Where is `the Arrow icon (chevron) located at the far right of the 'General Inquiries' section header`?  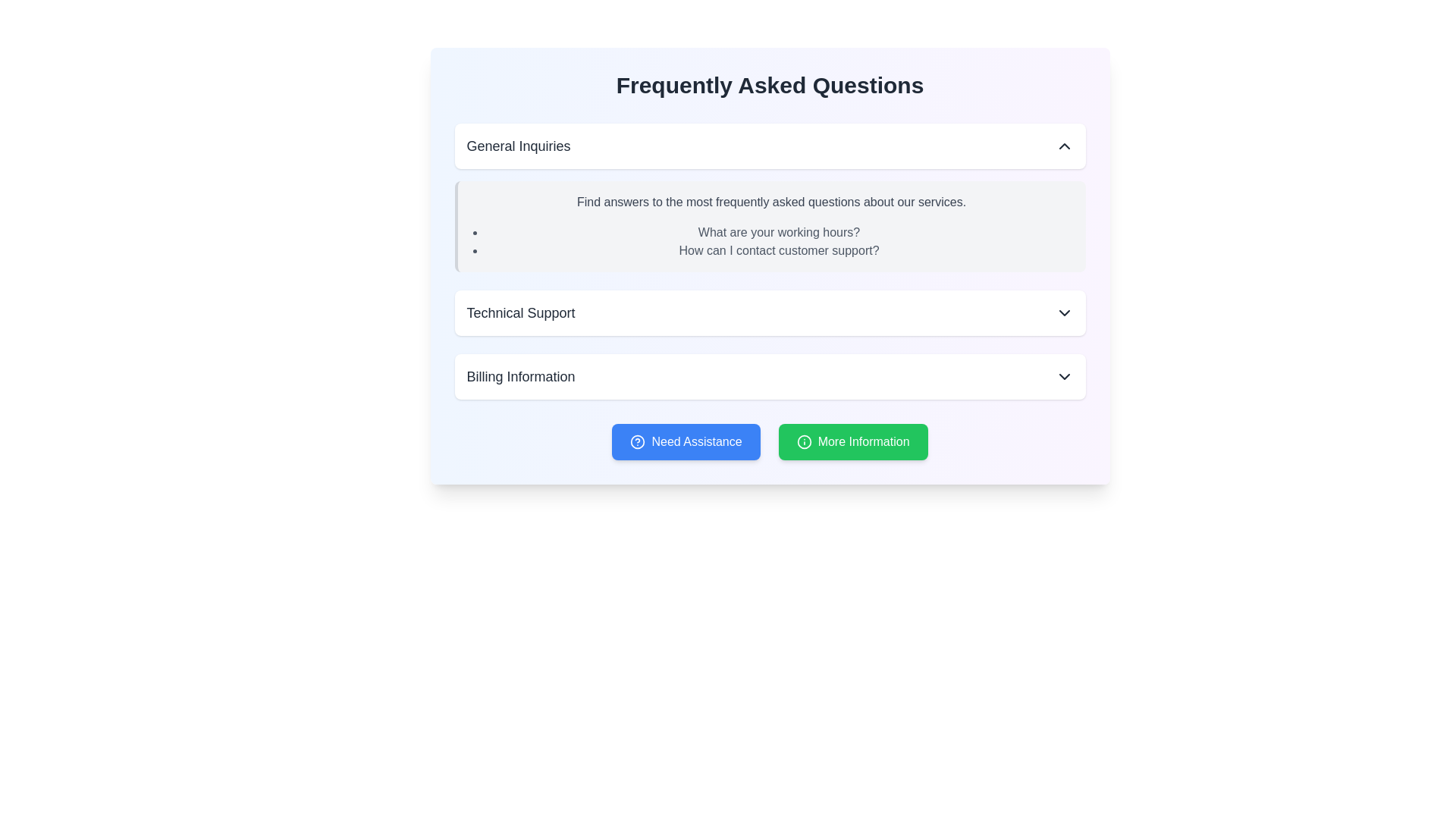
the Arrow icon (chevron) located at the far right of the 'General Inquiries' section header is located at coordinates (1063, 146).